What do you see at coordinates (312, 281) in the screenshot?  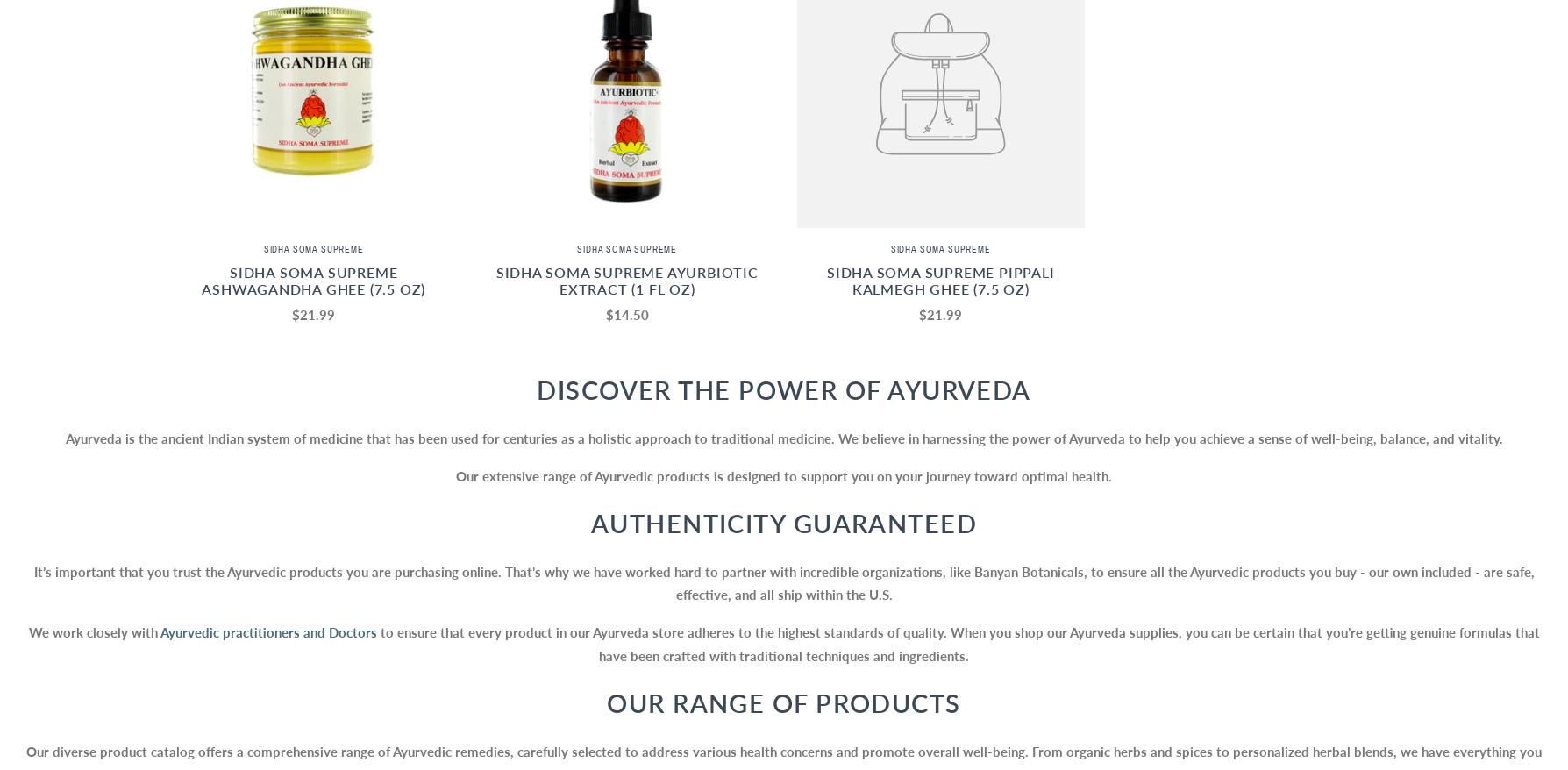 I see `'Sidha Soma Supreme Ashwagandha Ghee (7.5 oz)'` at bounding box center [312, 281].